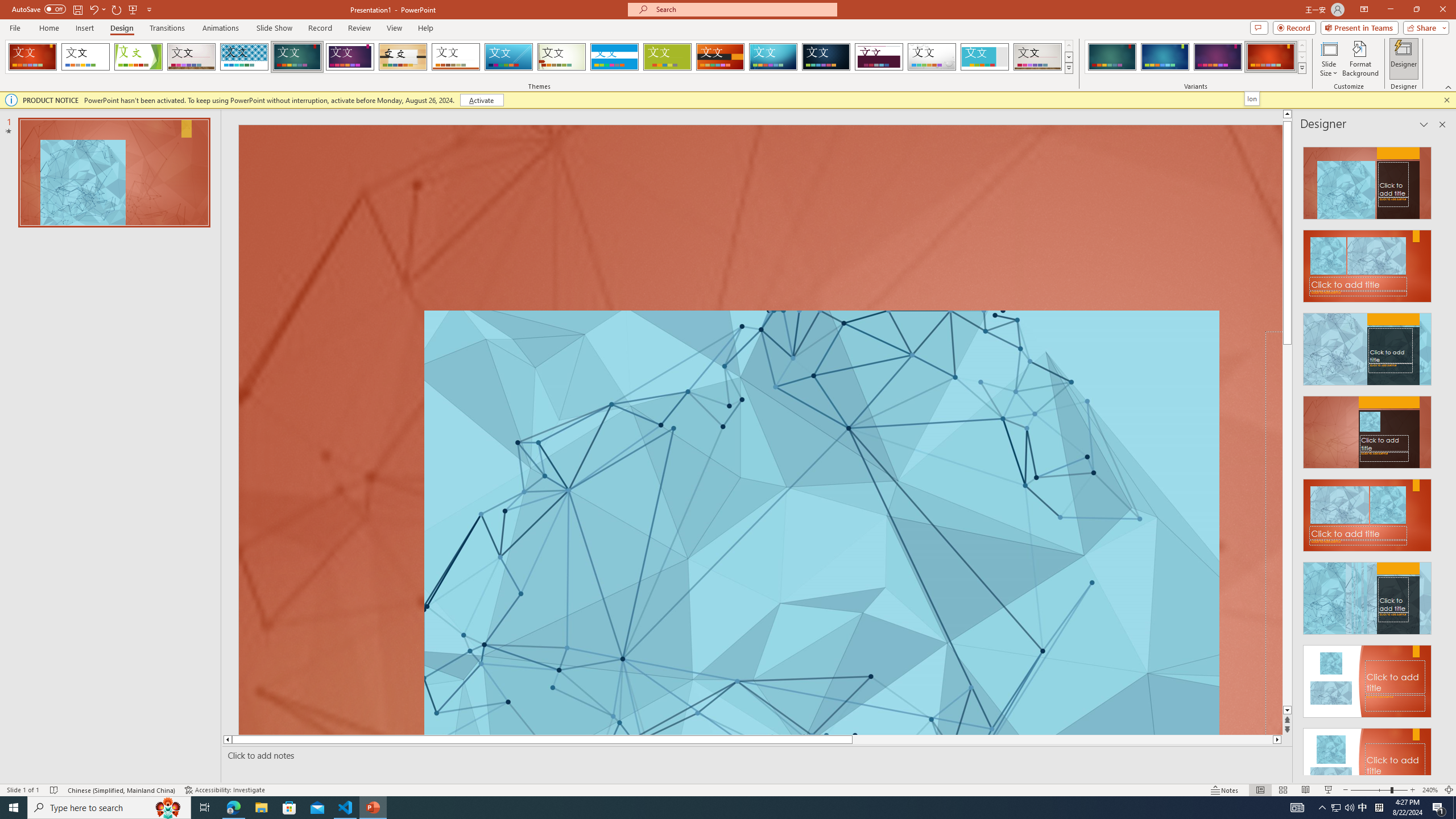 This screenshot has height=819, width=1456. Describe the element at coordinates (1217, 56) in the screenshot. I see `'Ion Variant 3'` at that location.